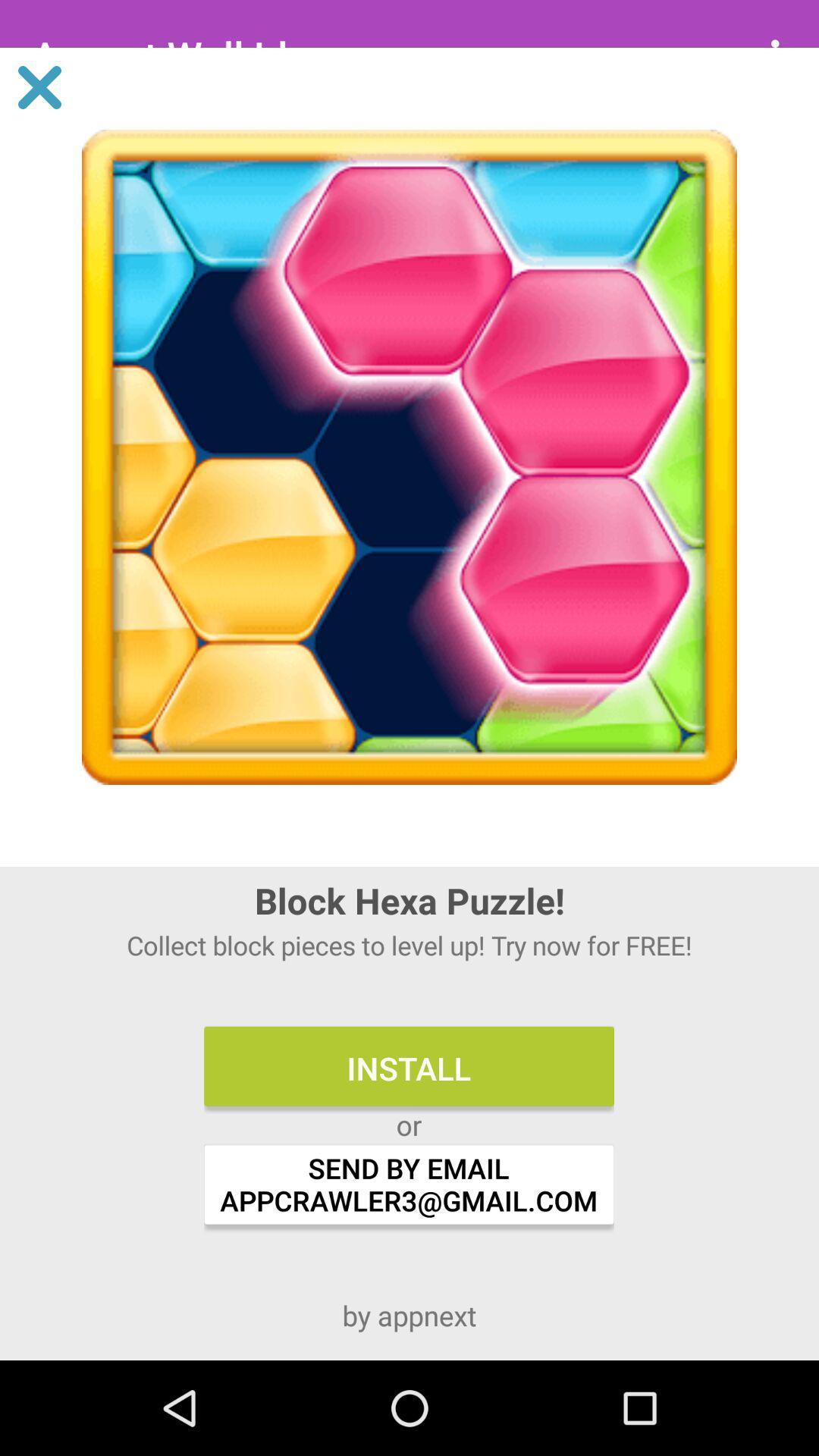 The width and height of the screenshot is (819, 1456). I want to click on the close icon, so click(39, 86).